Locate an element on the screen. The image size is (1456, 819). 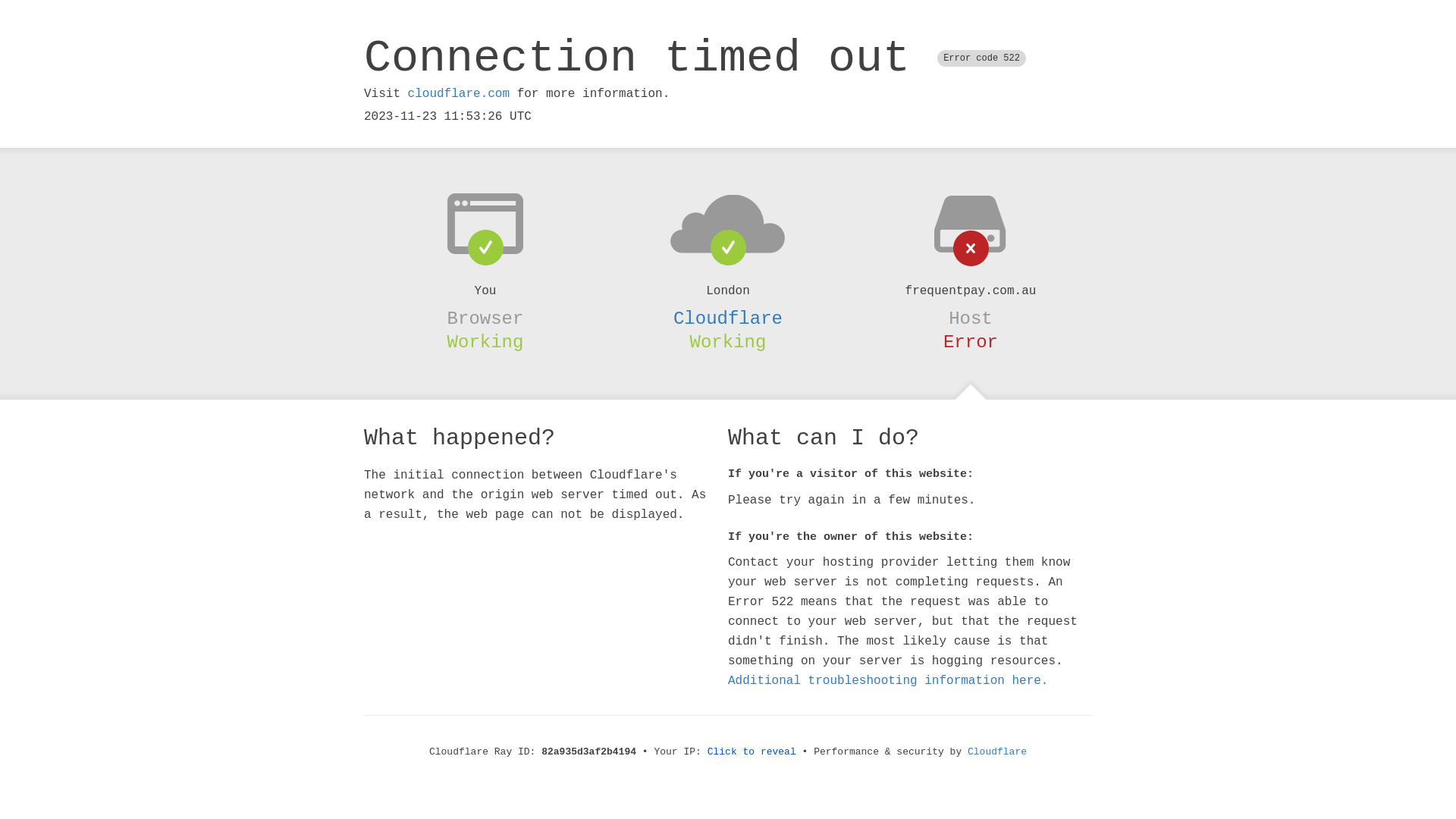
'Cloudflare' is located at coordinates (728, 318).